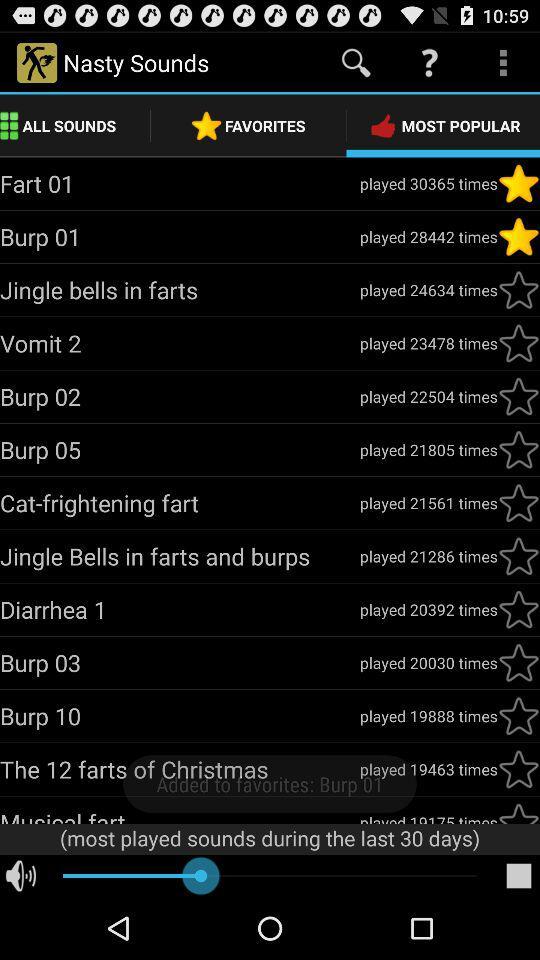  I want to click on favorite, so click(518, 716).